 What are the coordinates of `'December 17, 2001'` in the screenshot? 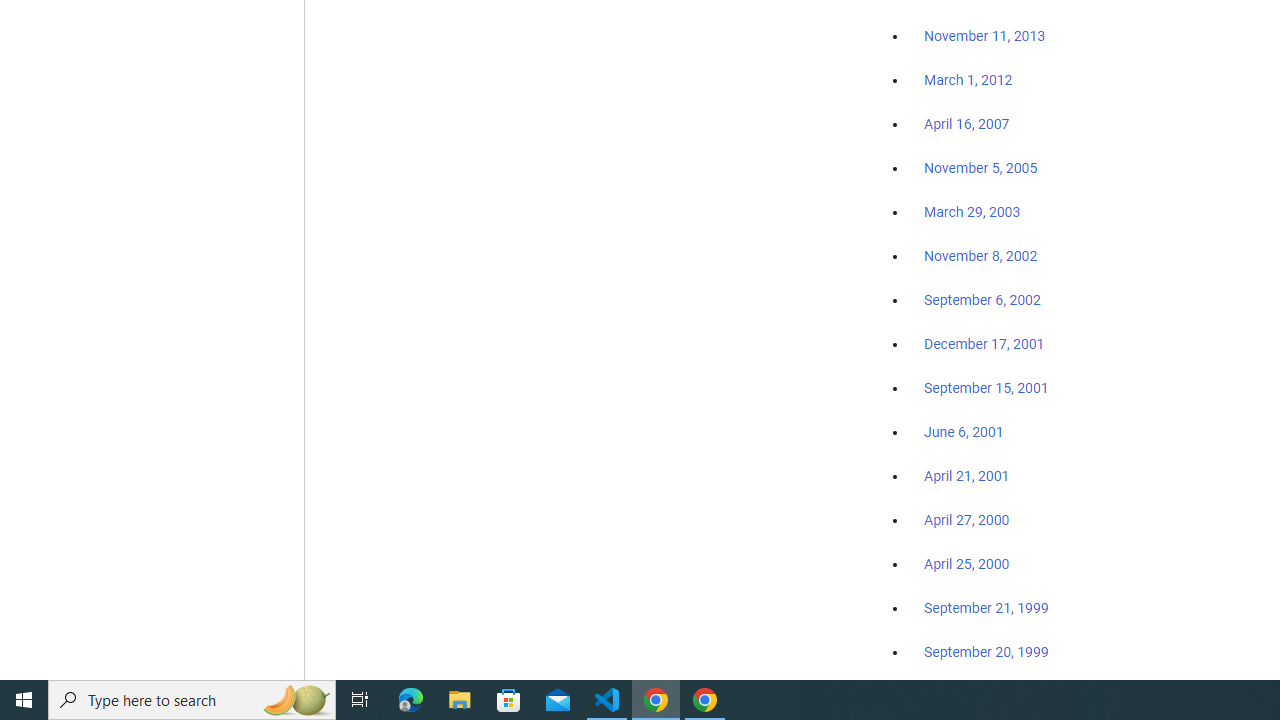 It's located at (984, 342).